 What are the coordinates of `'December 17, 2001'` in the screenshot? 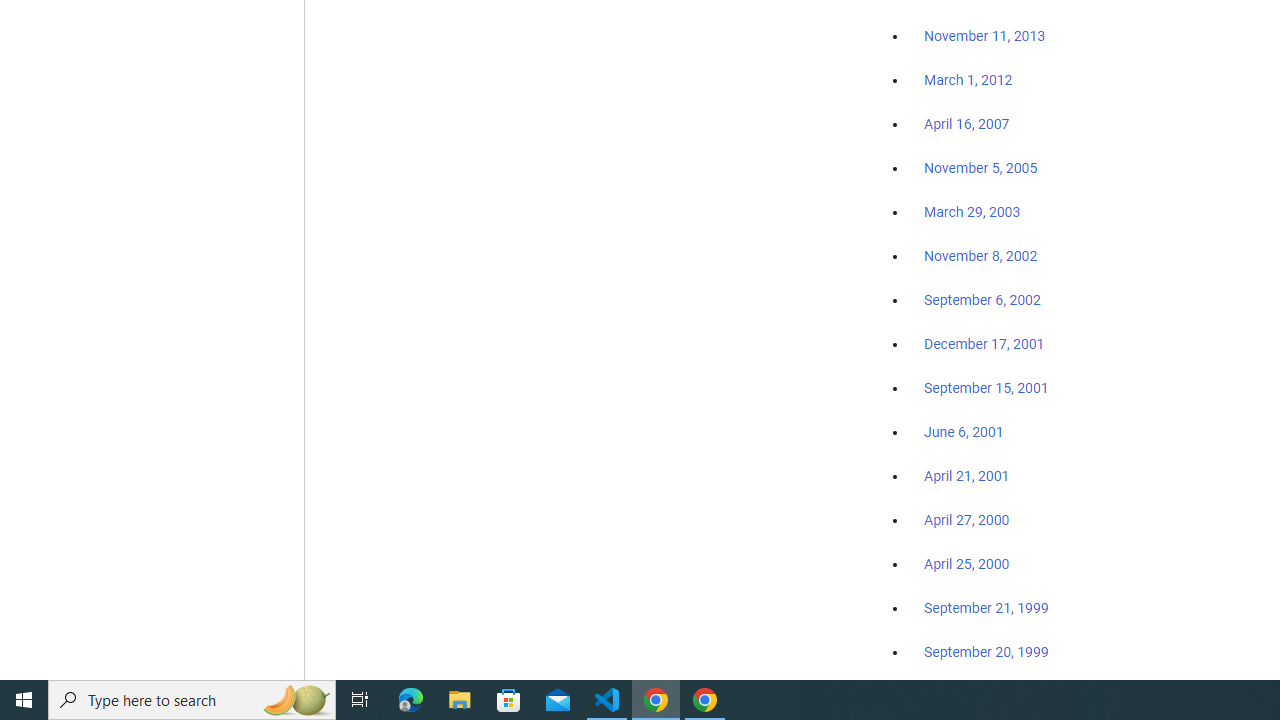 It's located at (984, 342).